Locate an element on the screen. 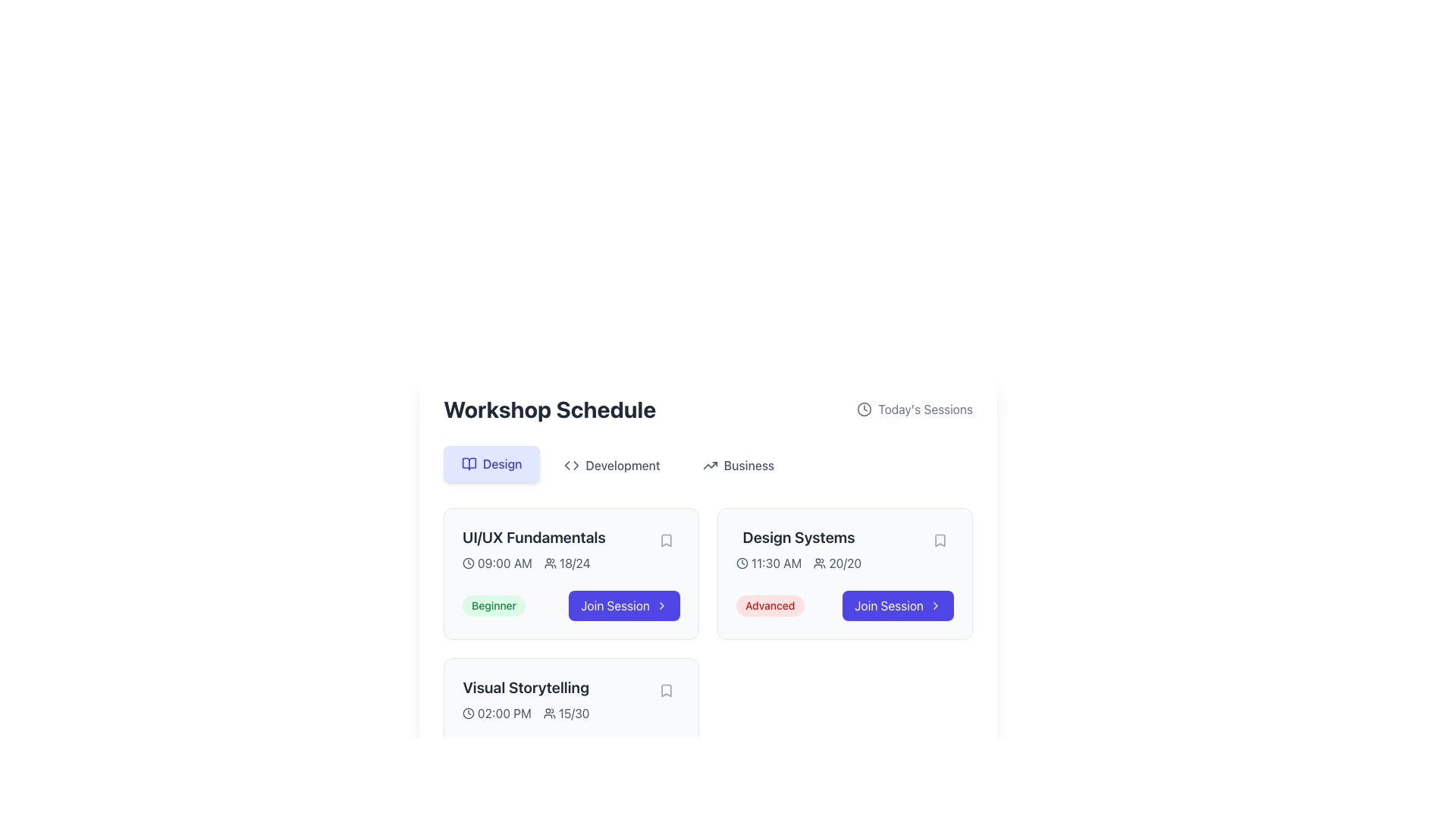 This screenshot has width=1456, height=819. the informational text group within the first card of the 'Design' category in the 'Workshop Schedule' section is located at coordinates (534, 550).